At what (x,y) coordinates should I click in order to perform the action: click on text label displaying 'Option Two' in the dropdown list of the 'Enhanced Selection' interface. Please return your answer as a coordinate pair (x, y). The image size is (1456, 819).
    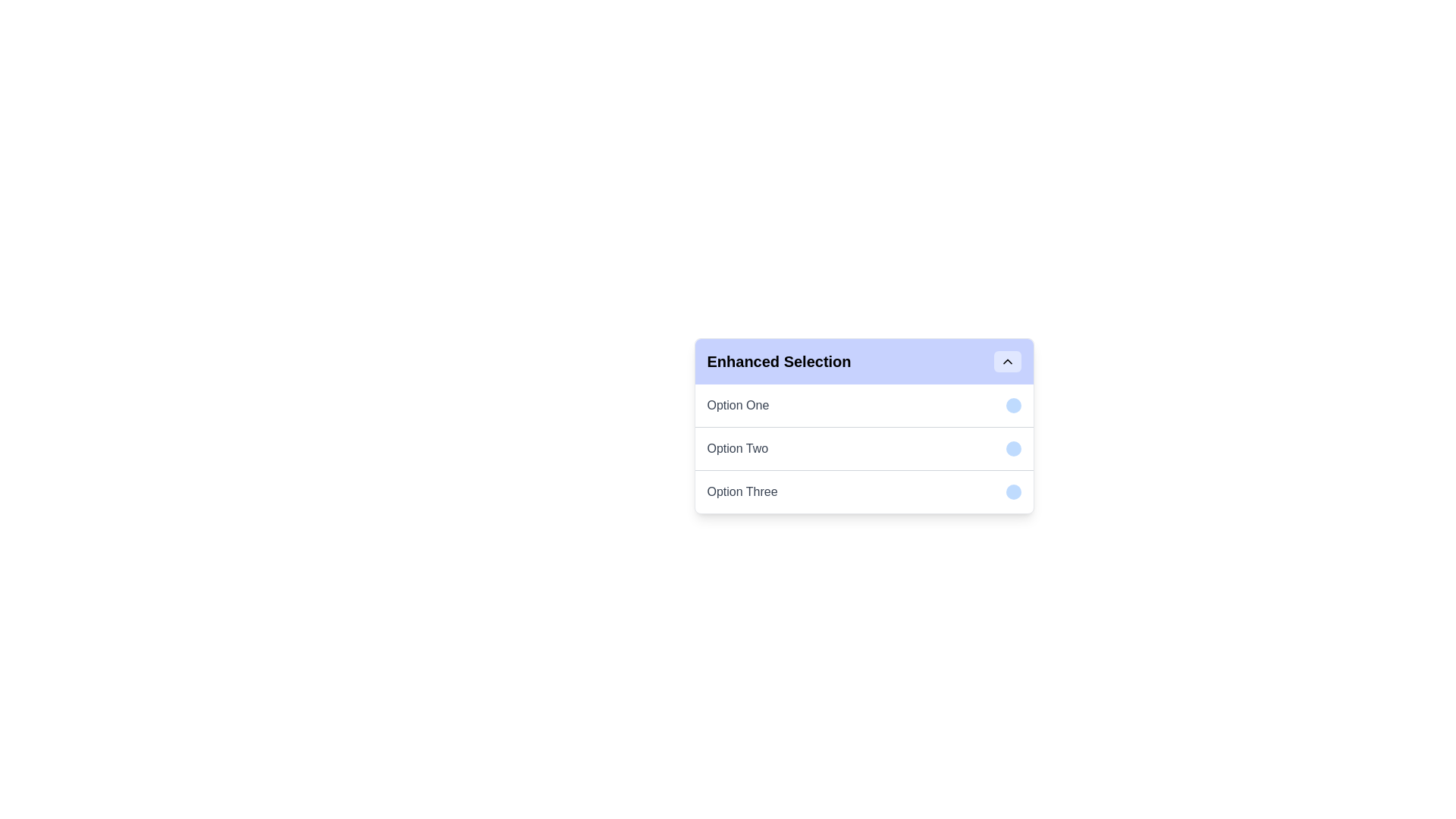
    Looking at the image, I should click on (737, 447).